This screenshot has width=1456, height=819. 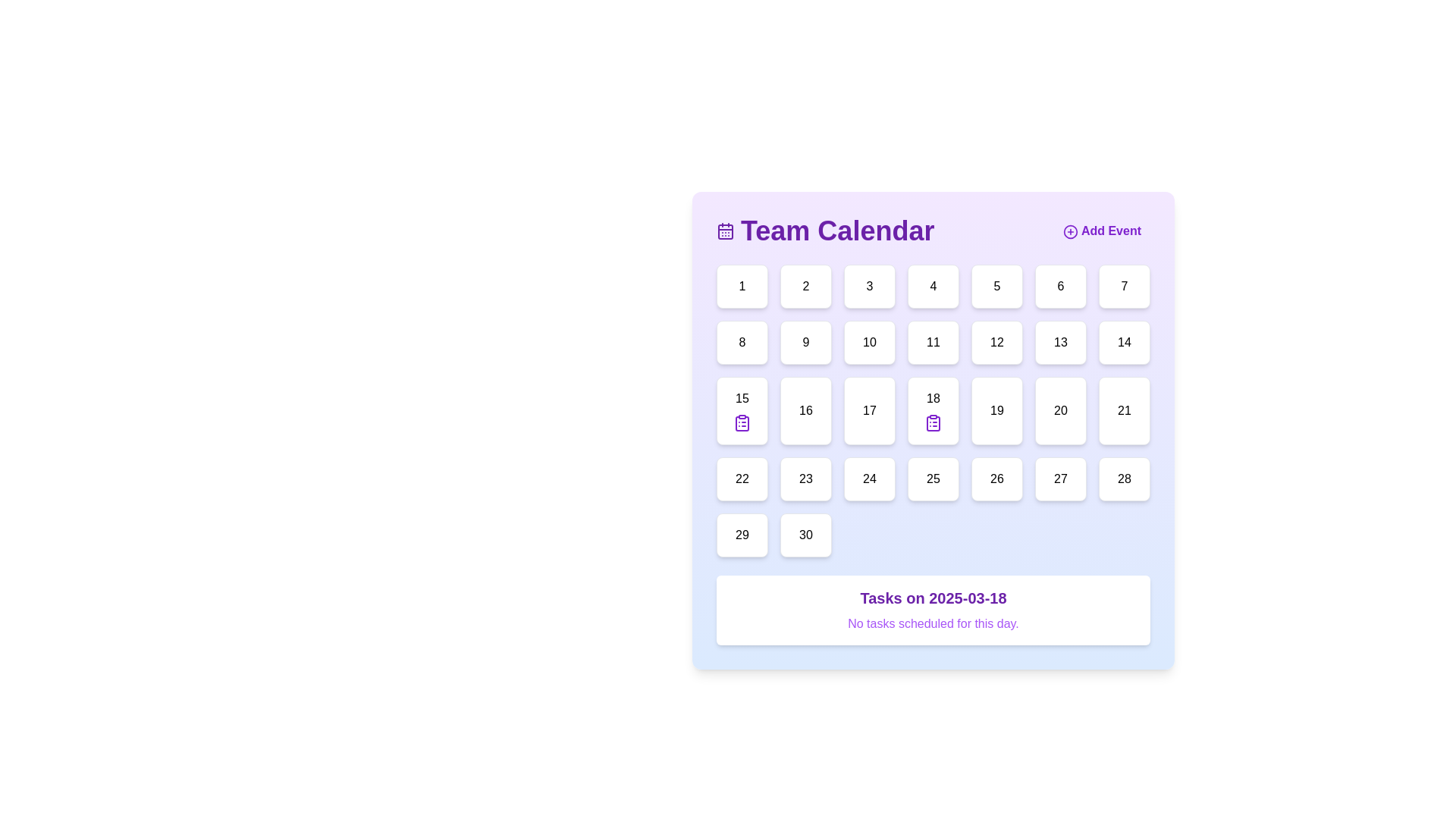 What do you see at coordinates (1069, 231) in the screenshot?
I see `the 'Add Event' button located in the top-right corner of the calendar interface, which features a circular decorative component resembling a '+' sign` at bounding box center [1069, 231].